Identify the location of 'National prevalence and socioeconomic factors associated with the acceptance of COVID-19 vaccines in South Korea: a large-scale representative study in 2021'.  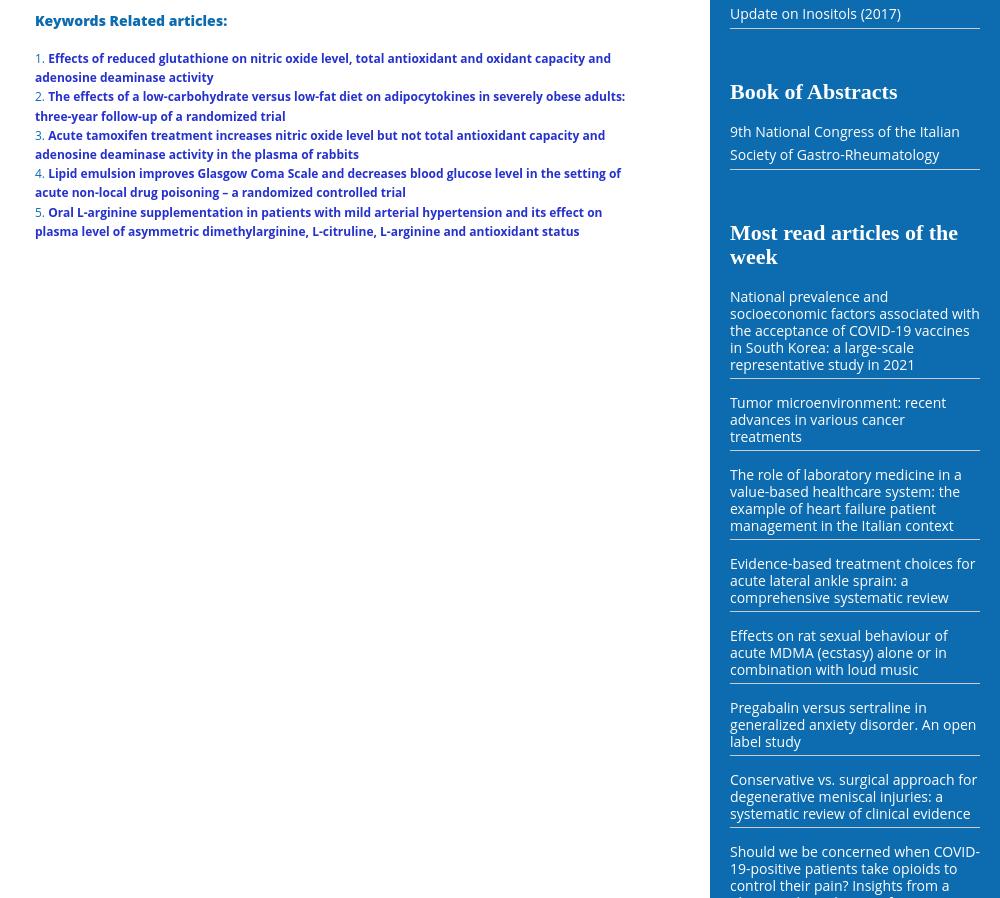
(853, 330).